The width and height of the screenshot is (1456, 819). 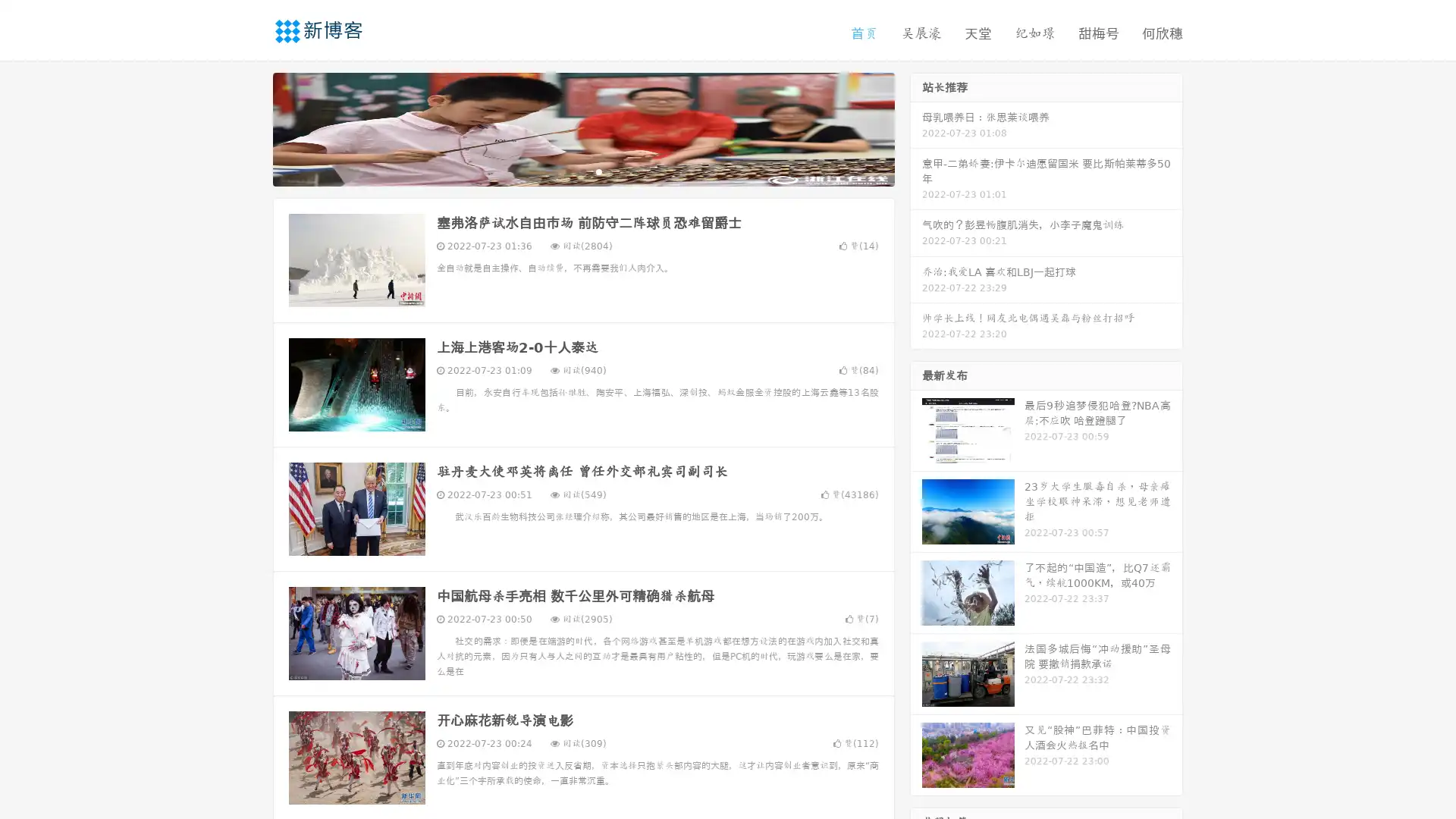 I want to click on Go to slide 1, so click(x=567, y=171).